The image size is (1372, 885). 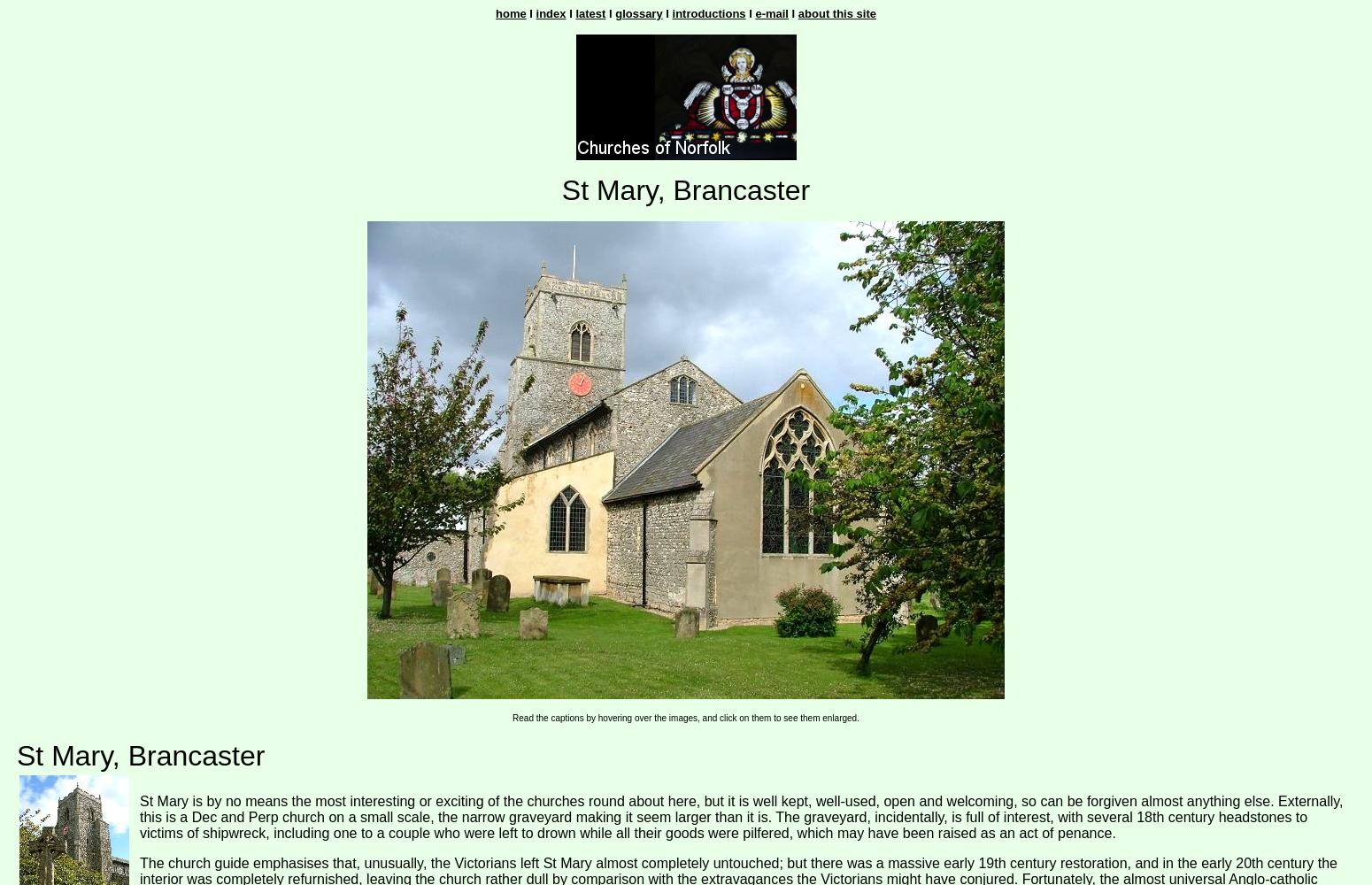 I want to click on 'index', so click(x=550, y=13).